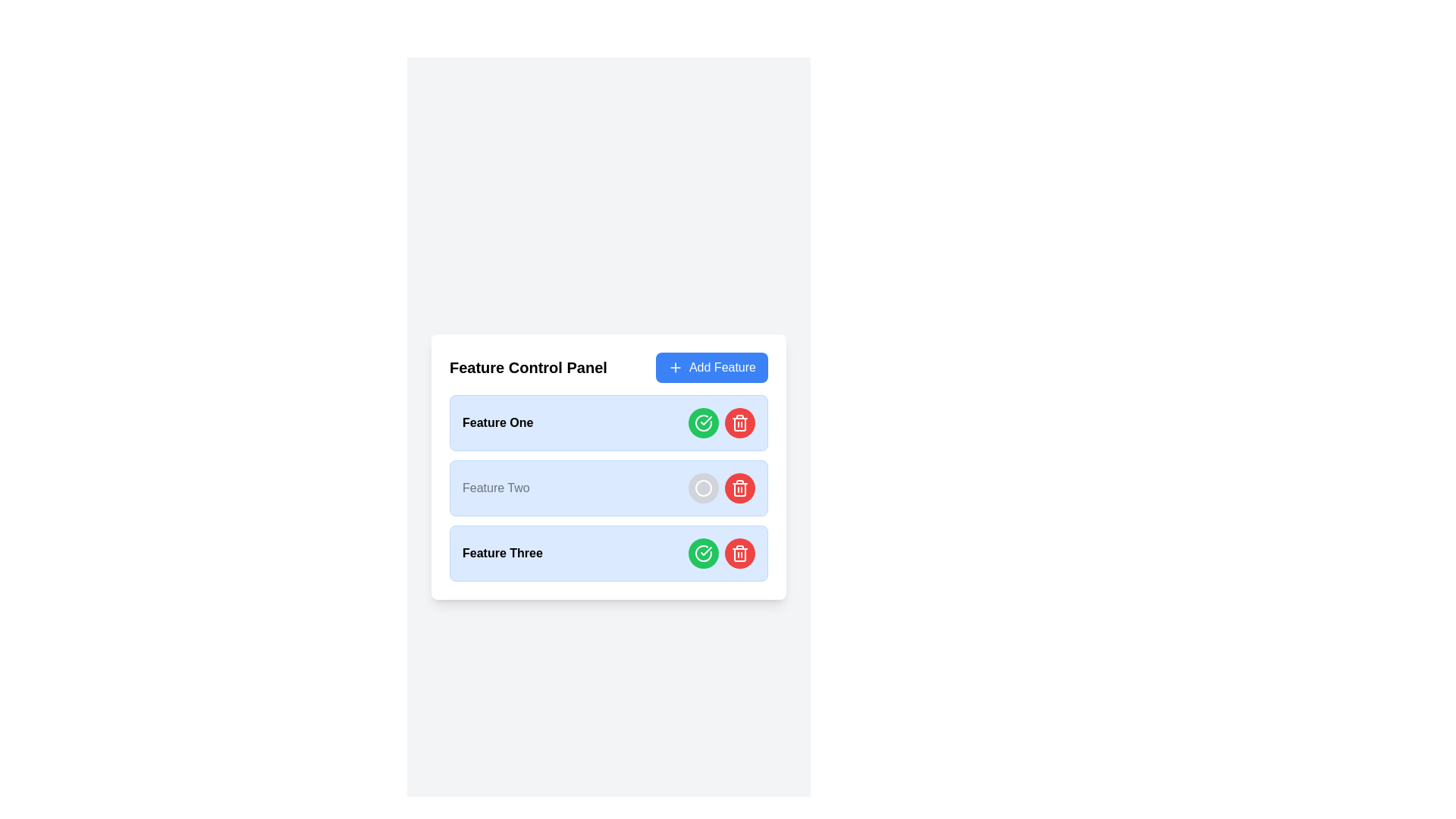 This screenshot has height=819, width=1456. Describe the element at coordinates (702, 553) in the screenshot. I see `the confirmation button located to the left of the second button in the third row of the feature control list labeled 'Feature Three' to trigger a tooltip or visual feedback` at that location.